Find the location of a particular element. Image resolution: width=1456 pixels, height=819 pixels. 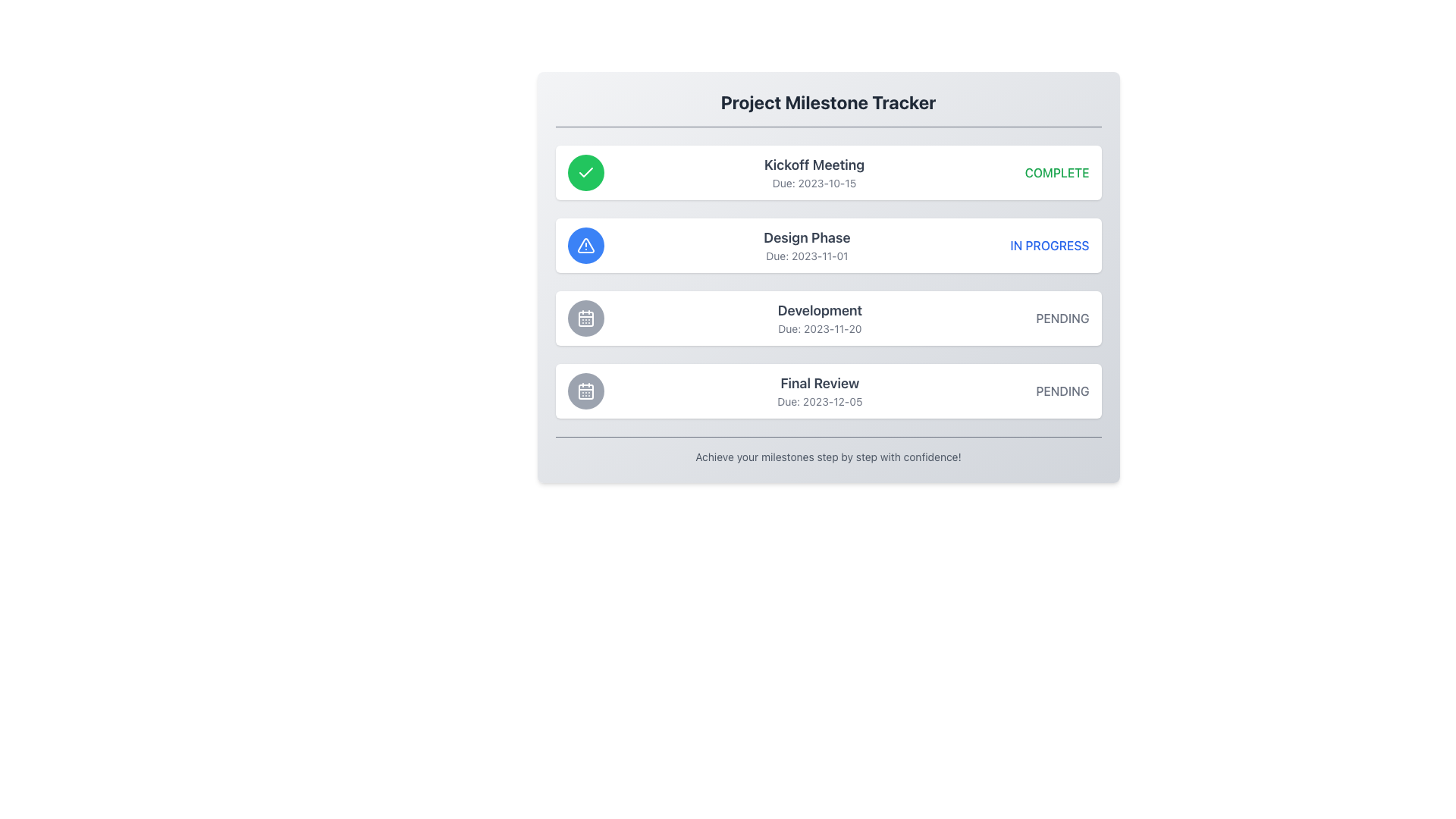

text content of the label displaying 'PENDING' in uppercase letters, which is located at the far-right side of the fourth row in the milestone cards is located at coordinates (1062, 391).